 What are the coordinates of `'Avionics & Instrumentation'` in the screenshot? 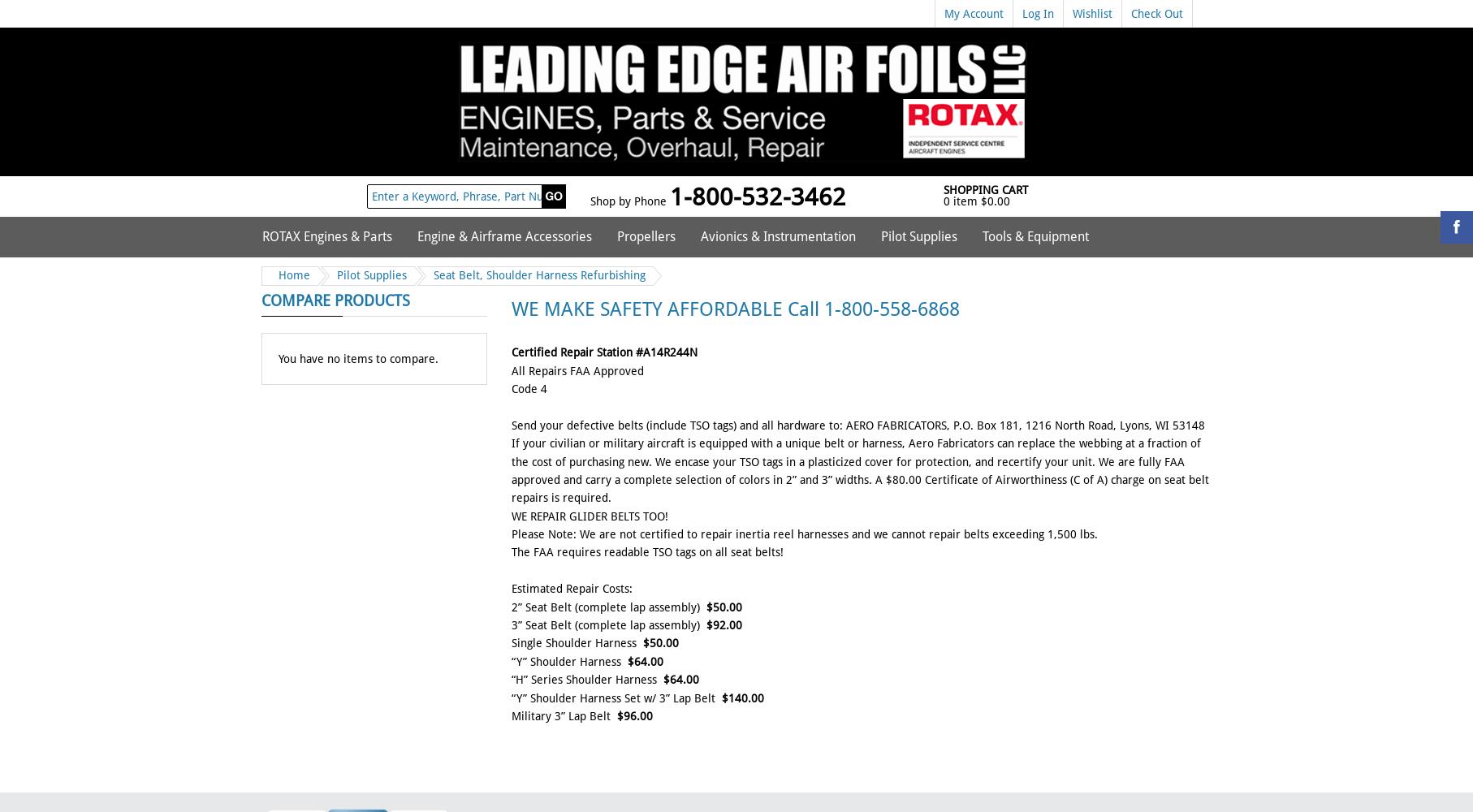 It's located at (778, 236).